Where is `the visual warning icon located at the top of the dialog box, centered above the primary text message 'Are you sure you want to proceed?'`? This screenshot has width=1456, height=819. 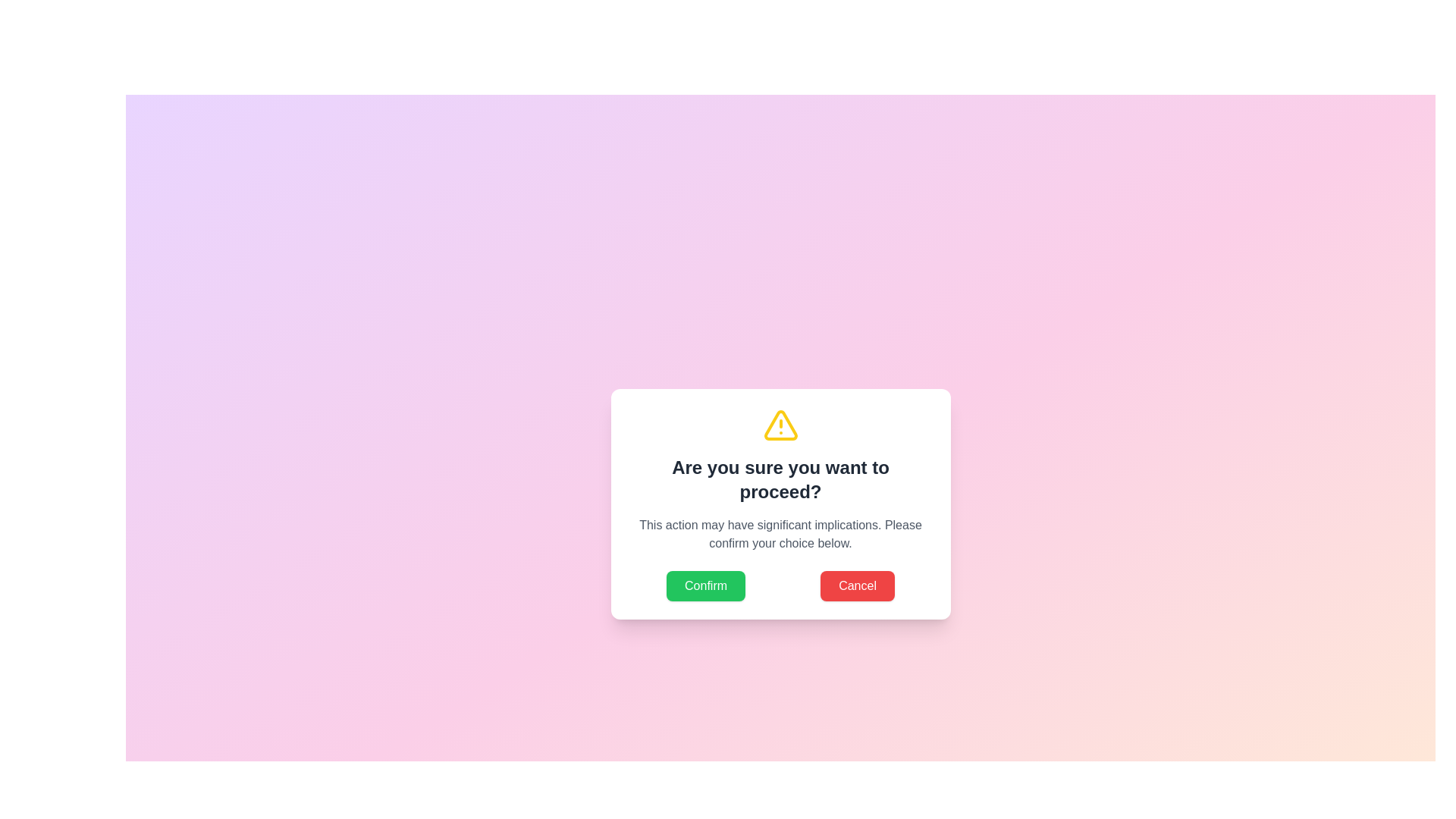 the visual warning icon located at the top of the dialog box, centered above the primary text message 'Are you sure you want to proceed?' is located at coordinates (780, 425).